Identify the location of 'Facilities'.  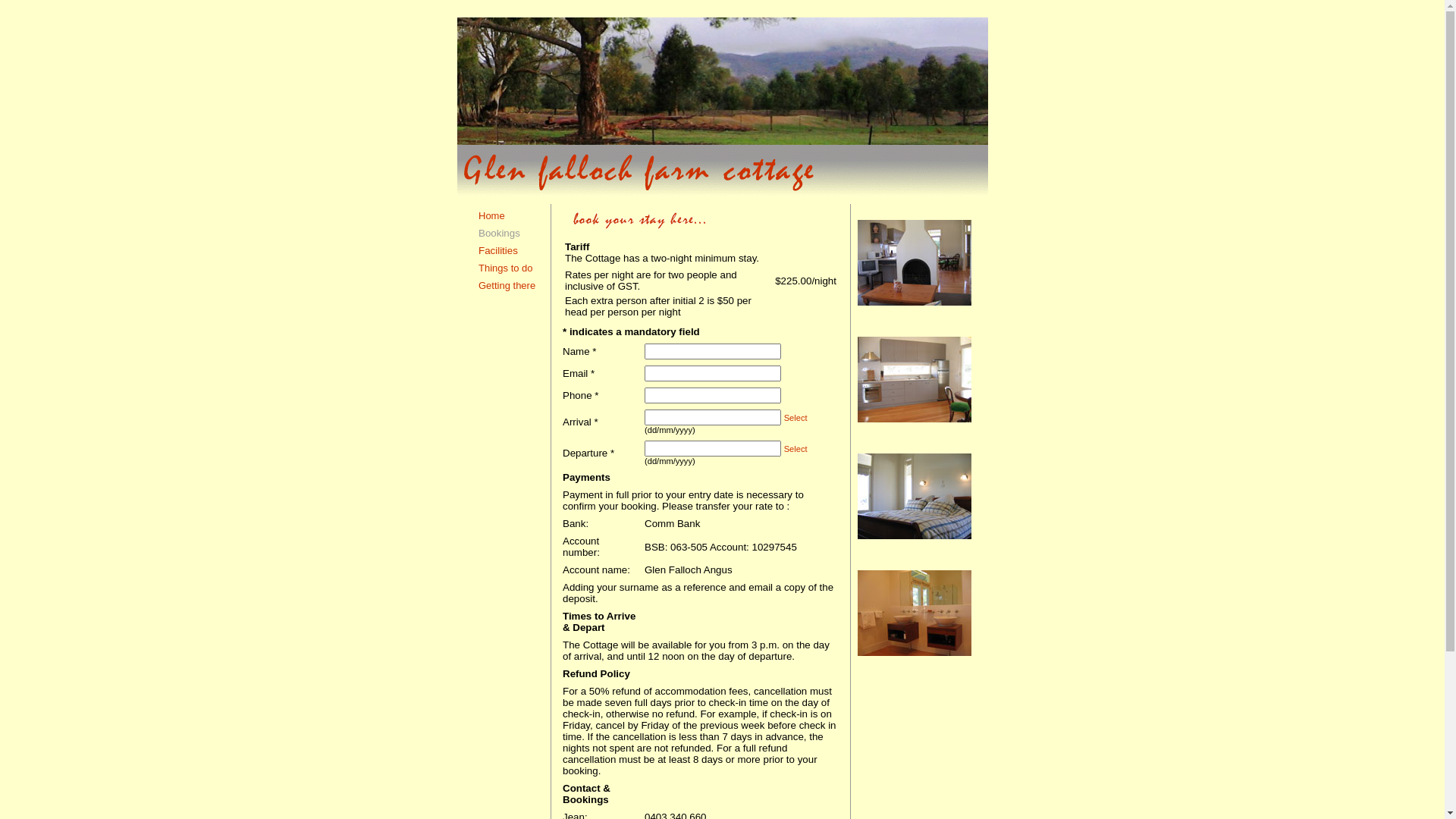
(498, 249).